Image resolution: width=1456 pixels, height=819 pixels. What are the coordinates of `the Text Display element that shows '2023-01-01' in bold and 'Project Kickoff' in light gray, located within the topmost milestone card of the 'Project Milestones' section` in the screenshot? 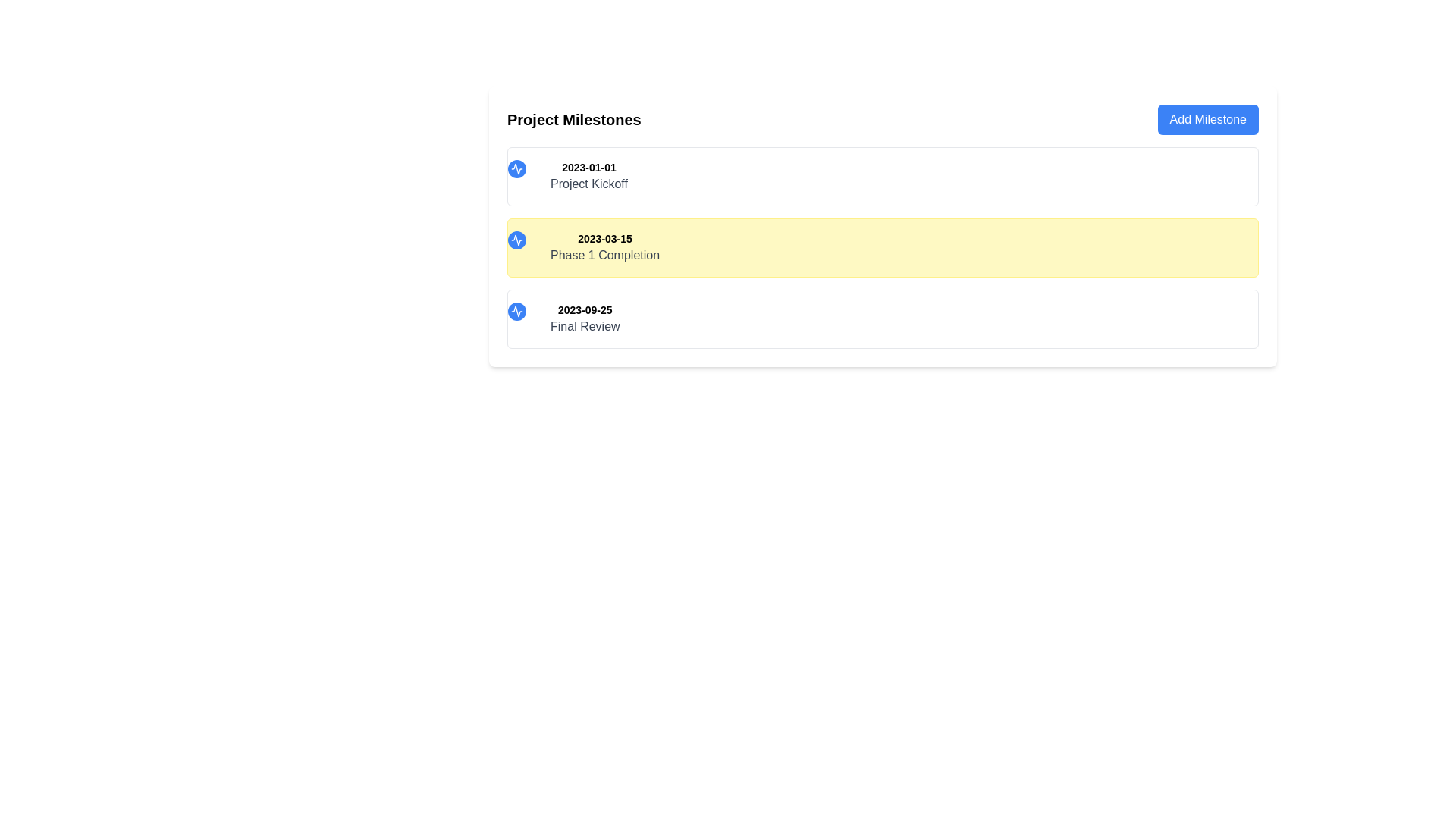 It's located at (588, 175).